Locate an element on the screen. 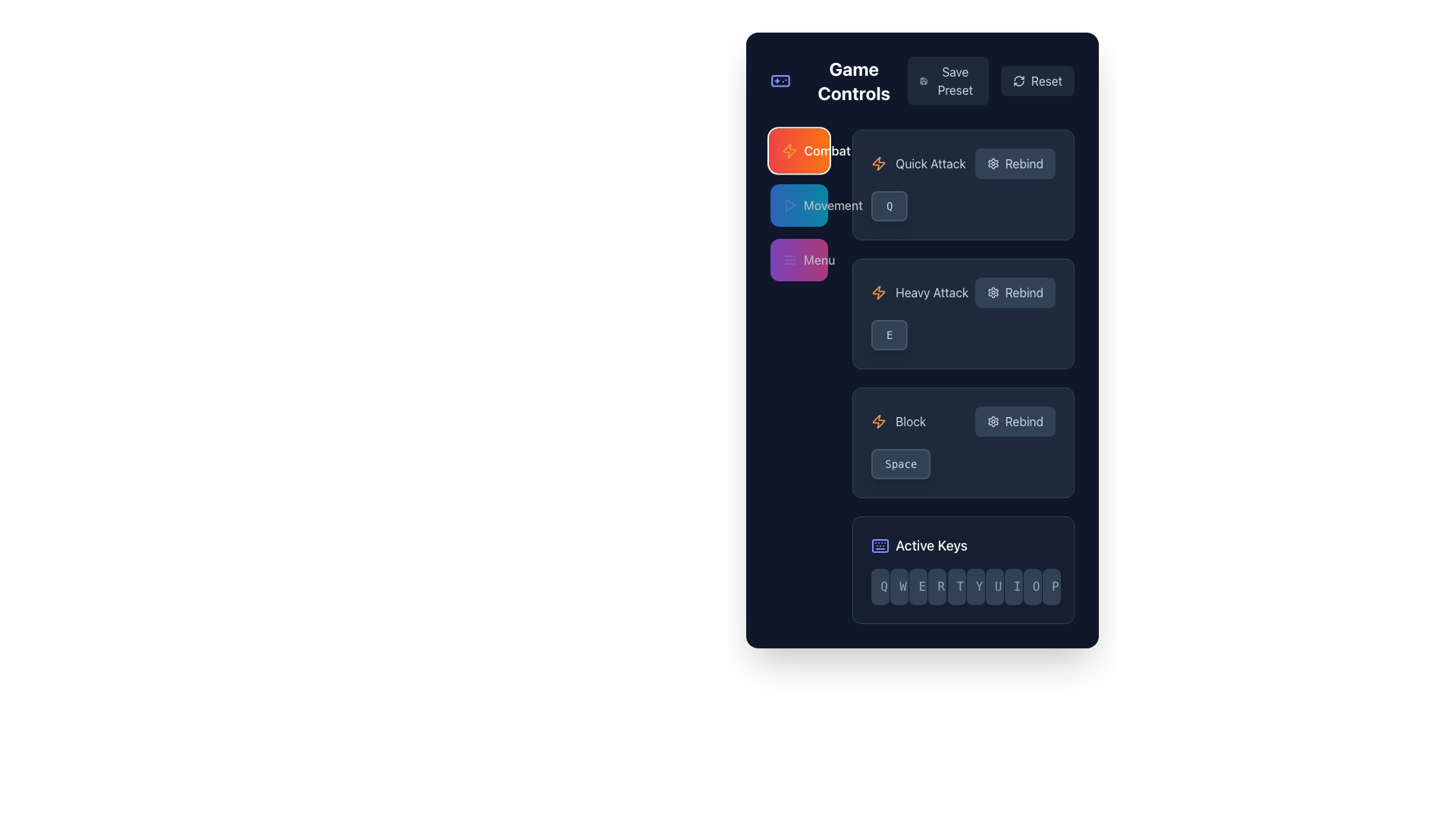 This screenshot has width=1456, height=819. the 'Heavy Attack' button that indicates the key binding for the Heavy Attack control, positioned below the 'Heavy Attack' text and to the left of the 'Rebind' button is located at coordinates (890, 334).